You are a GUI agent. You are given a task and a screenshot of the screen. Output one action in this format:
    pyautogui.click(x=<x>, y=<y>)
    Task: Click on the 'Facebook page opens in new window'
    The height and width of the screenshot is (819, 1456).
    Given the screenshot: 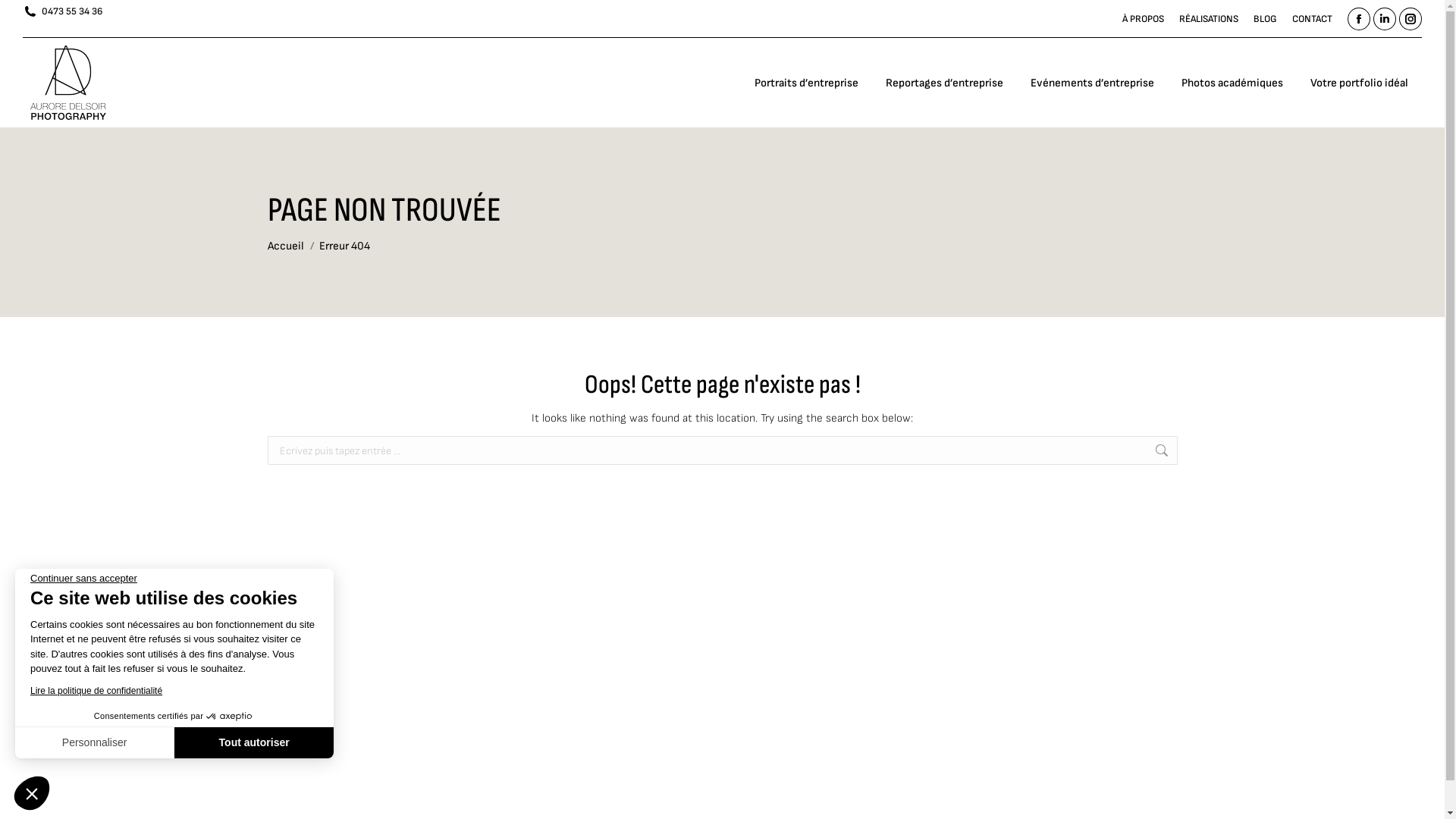 What is the action you would take?
    pyautogui.click(x=1358, y=18)
    